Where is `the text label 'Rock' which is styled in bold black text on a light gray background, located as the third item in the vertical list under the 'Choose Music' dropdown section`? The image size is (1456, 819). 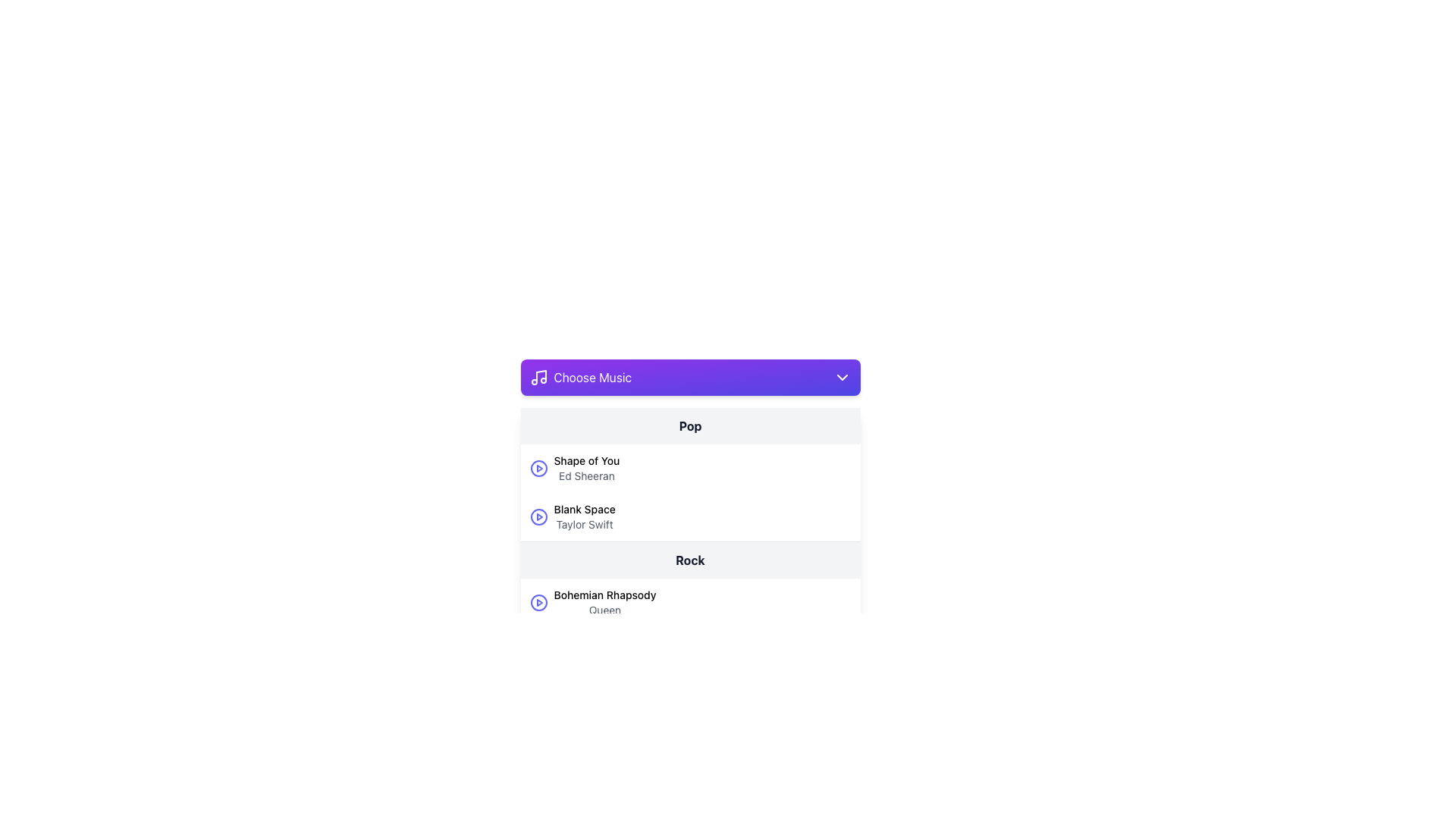
the text label 'Rock' which is styled in bold black text on a light gray background, located as the third item in the vertical list under the 'Choose Music' dropdown section is located at coordinates (689, 560).